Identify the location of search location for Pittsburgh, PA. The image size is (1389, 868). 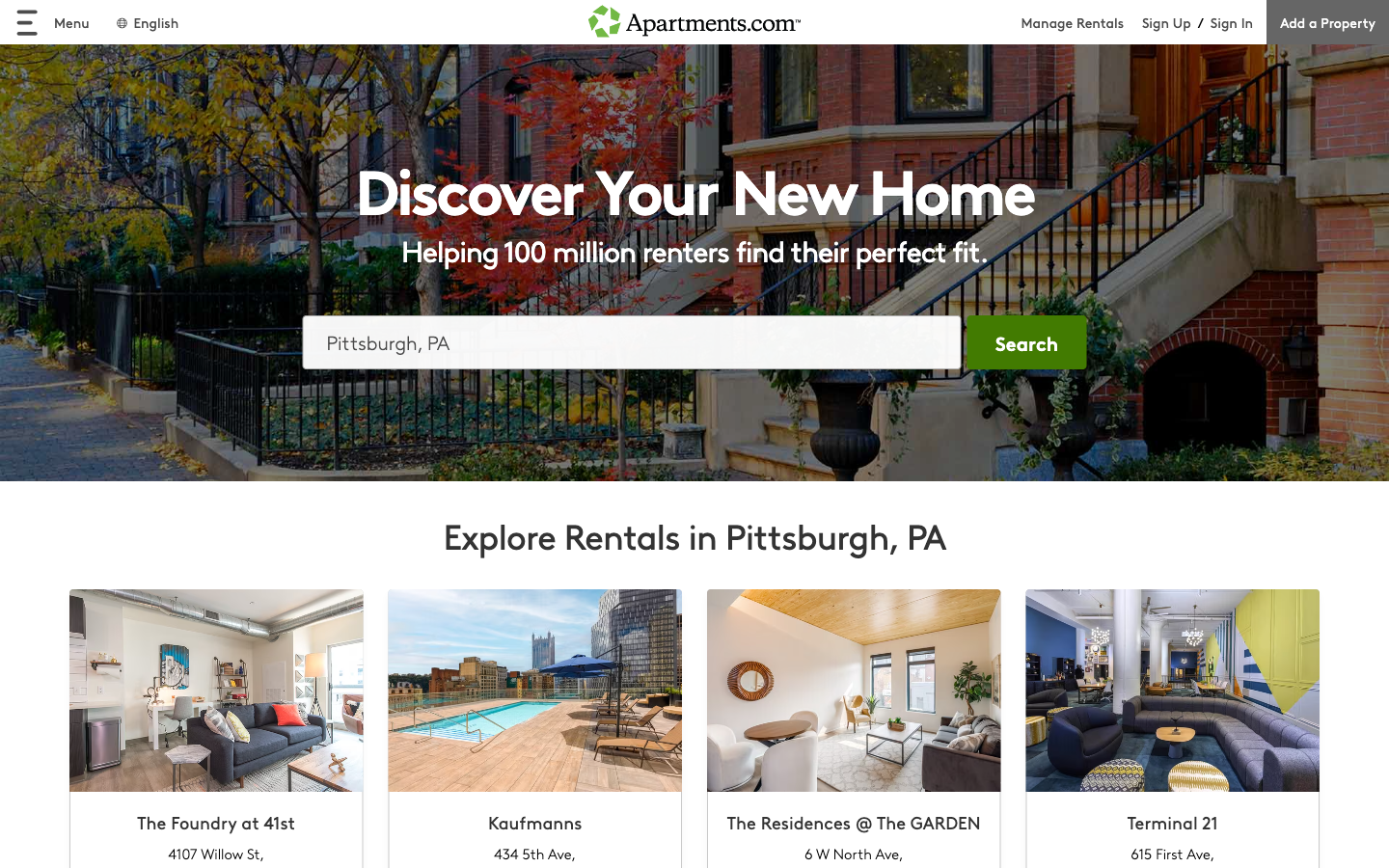
(631, 341).